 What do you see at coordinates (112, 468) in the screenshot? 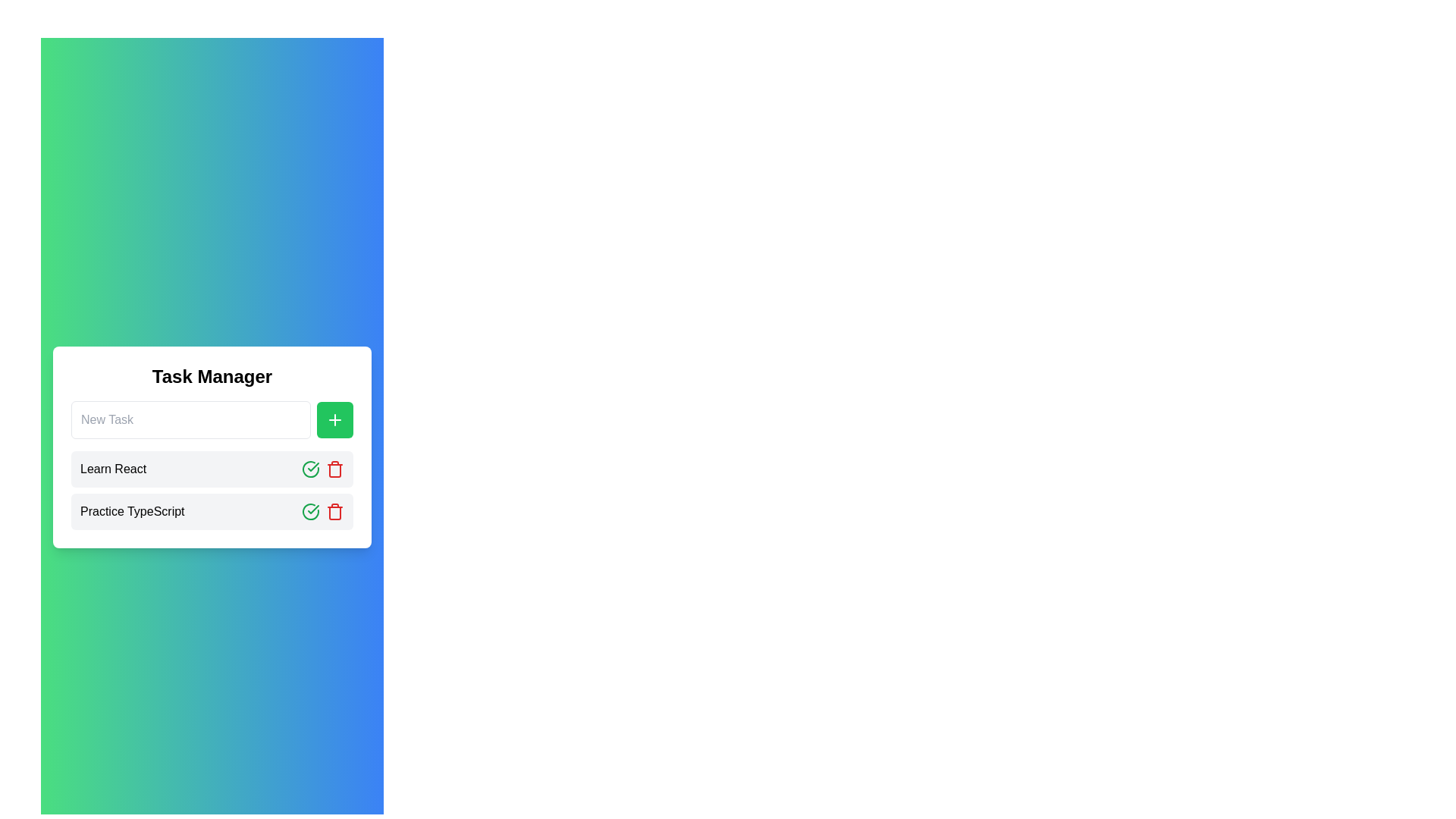
I see `the Static Text Label displaying 'Learn React' to trigger the tooltip` at bounding box center [112, 468].